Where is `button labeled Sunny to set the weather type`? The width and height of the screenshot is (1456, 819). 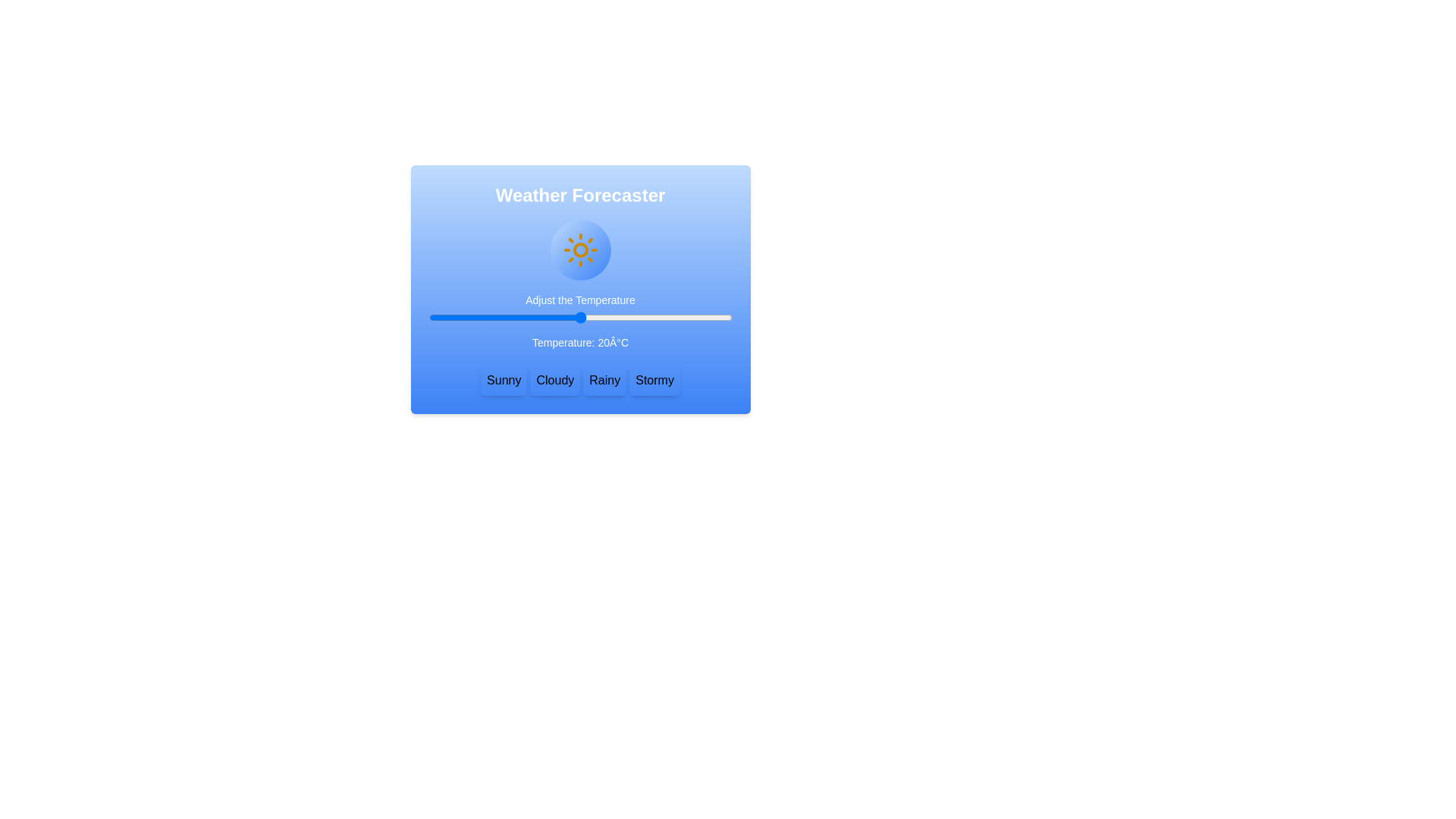 button labeled Sunny to set the weather type is located at coordinates (504, 379).